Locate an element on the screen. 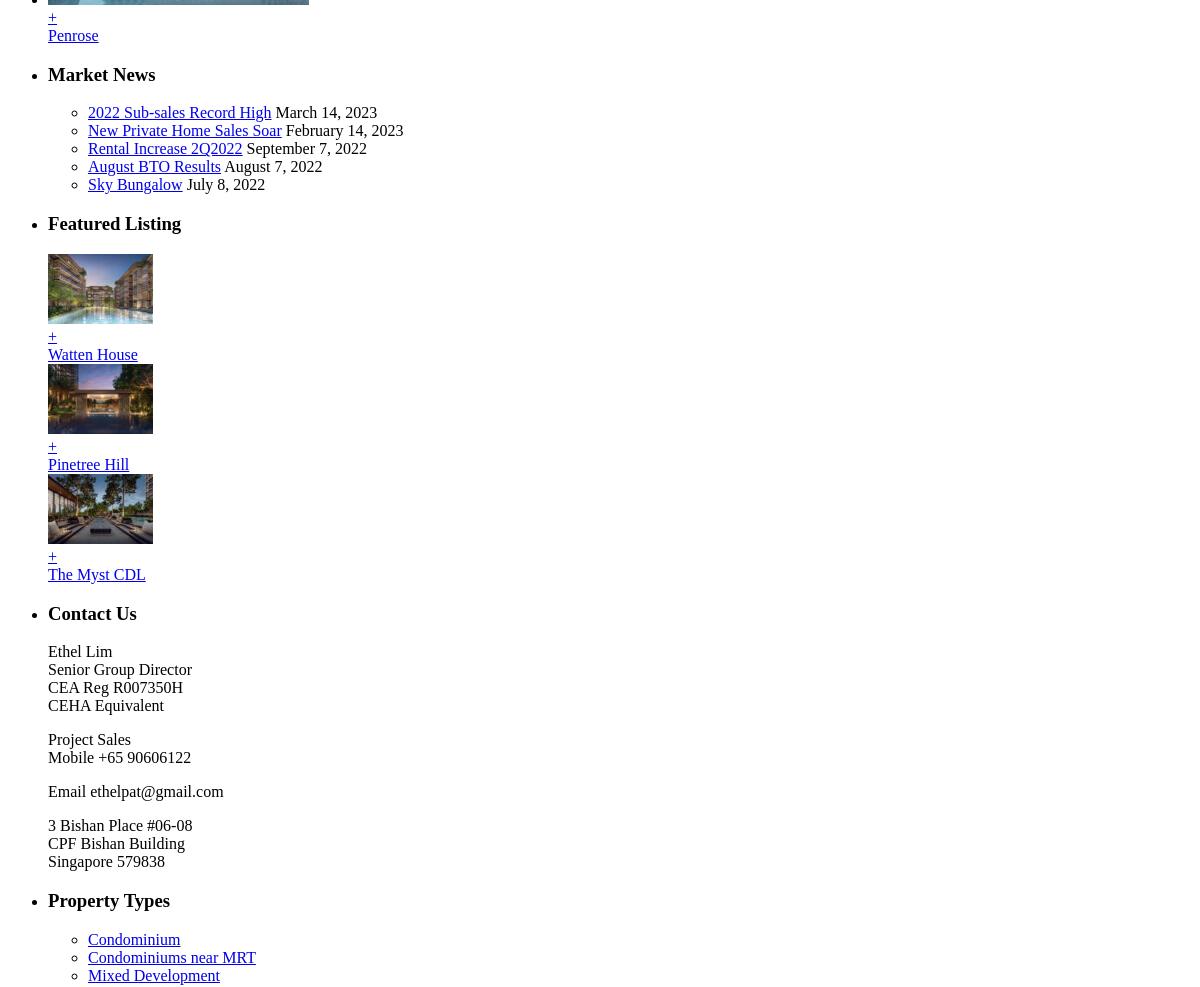 The image size is (1200, 987). 'CPF Bishan Building' is located at coordinates (116, 843).